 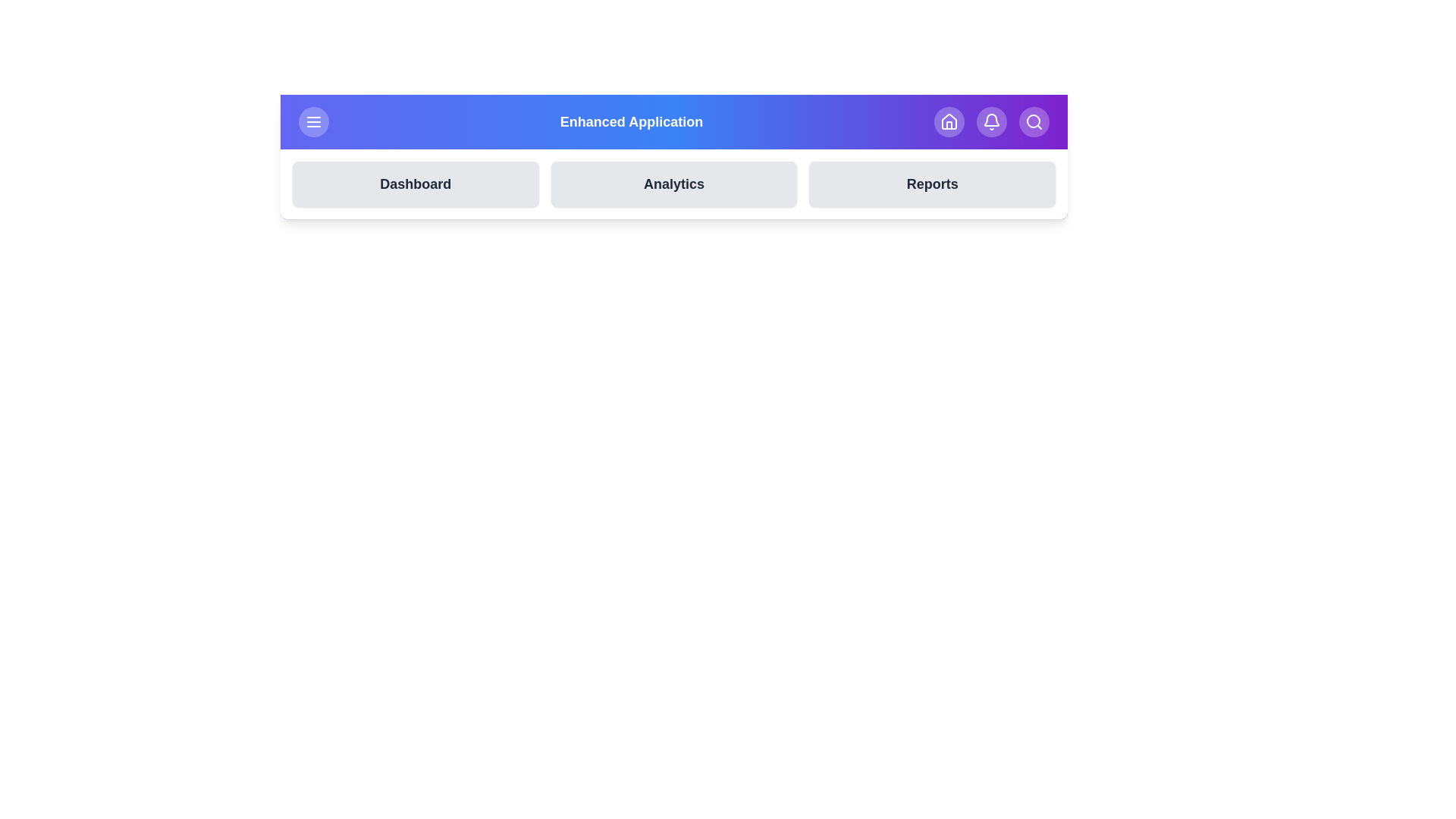 I want to click on the 'Home' icon button, so click(x=949, y=121).